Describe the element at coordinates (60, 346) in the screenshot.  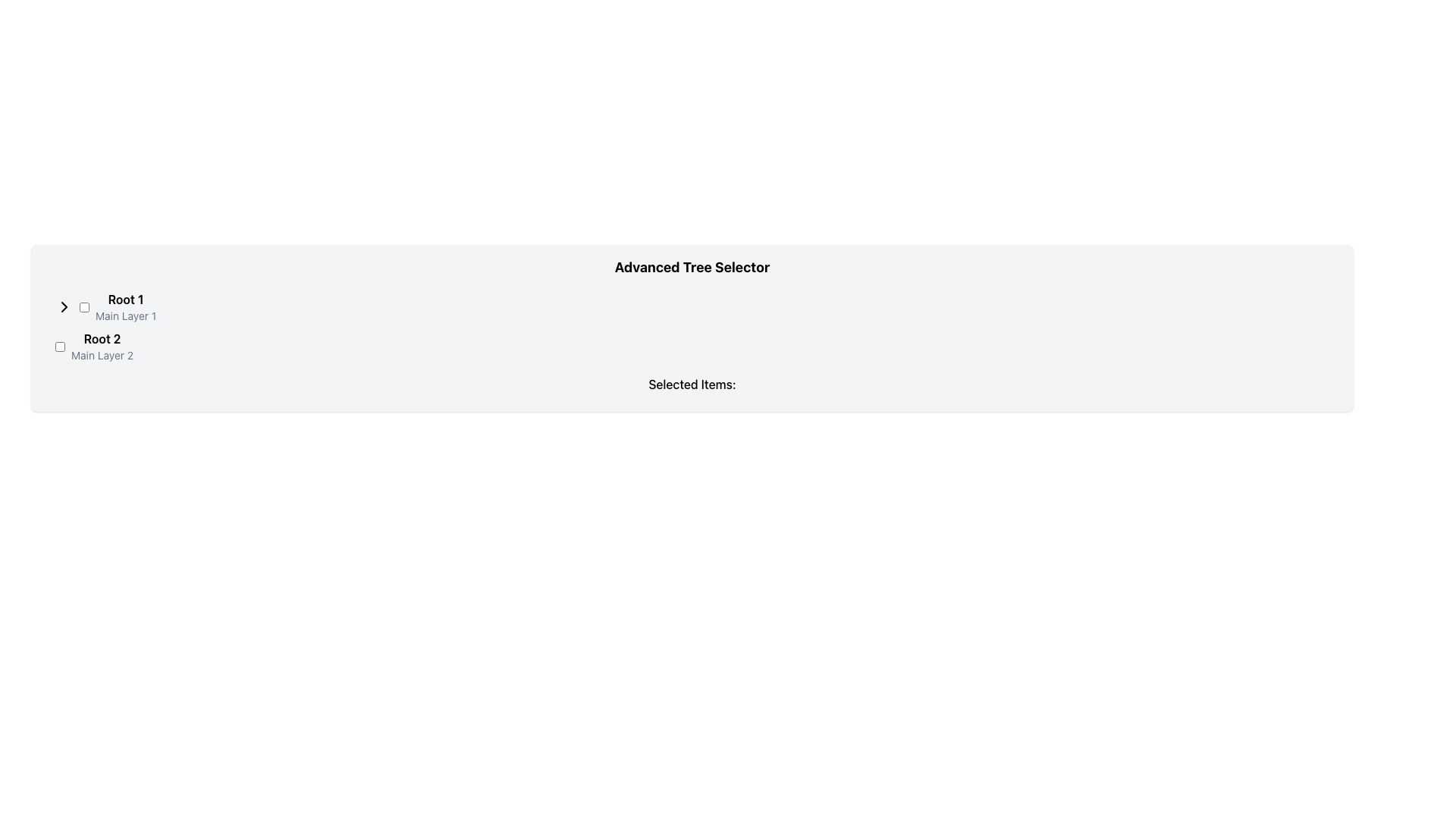
I see `the checkbox located to the left of the label 'Root 2' and 'Main Layer 2'` at that location.